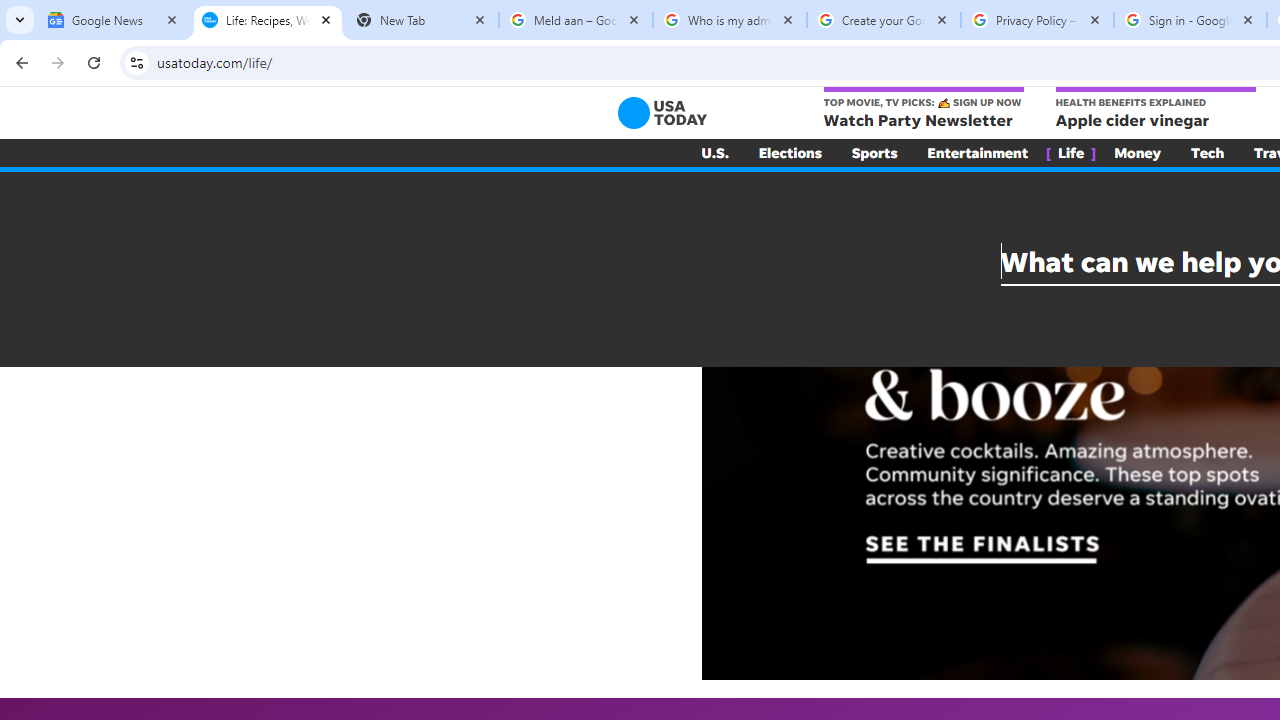  What do you see at coordinates (874, 152) in the screenshot?
I see `'Sports'` at bounding box center [874, 152].